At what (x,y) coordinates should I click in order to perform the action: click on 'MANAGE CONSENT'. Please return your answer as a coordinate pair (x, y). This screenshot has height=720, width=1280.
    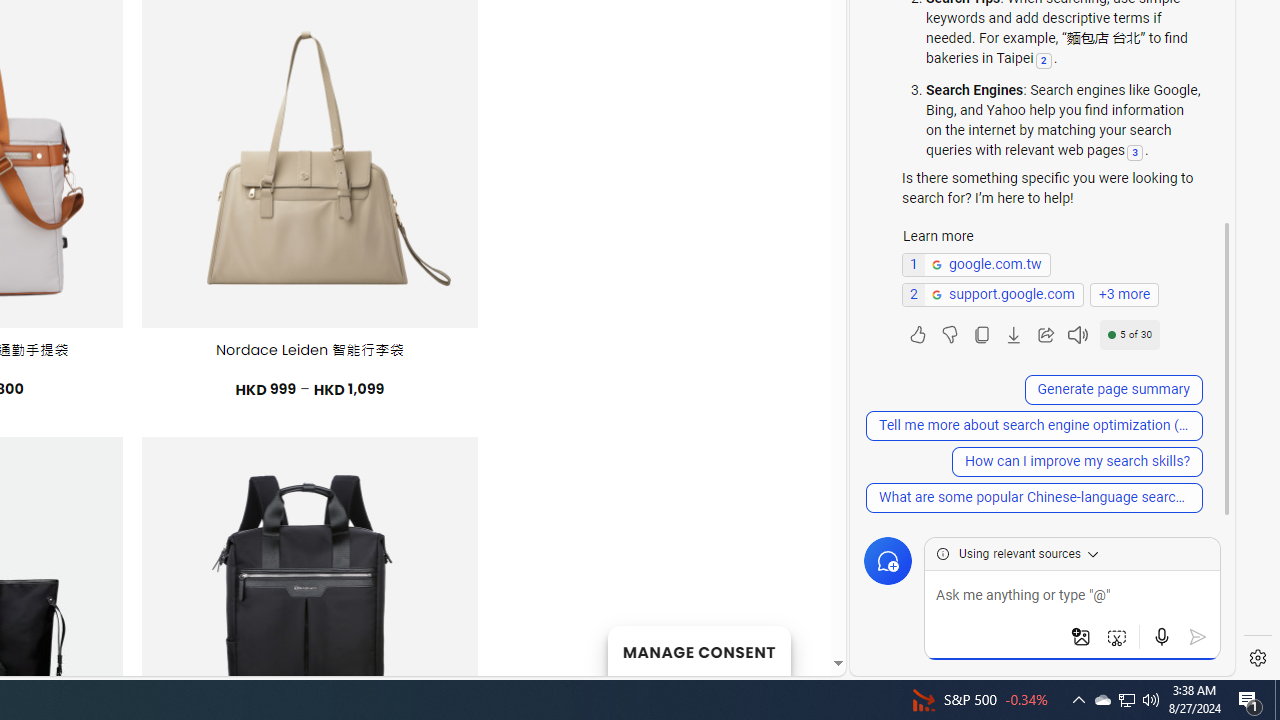
    Looking at the image, I should click on (698, 650).